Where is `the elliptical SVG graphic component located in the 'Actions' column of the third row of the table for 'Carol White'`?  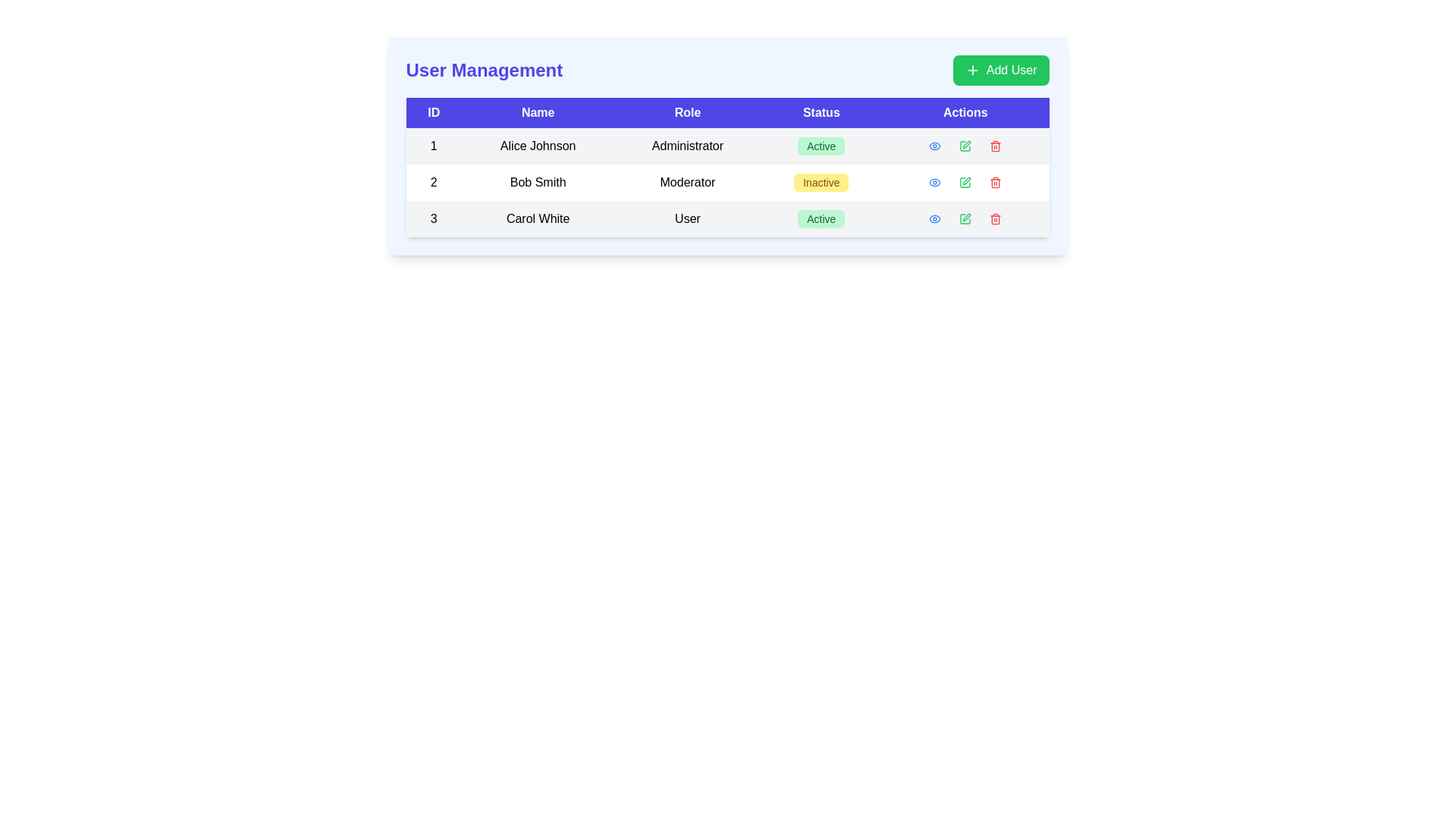
the elliptical SVG graphic component located in the 'Actions' column of the third row of the table for 'Carol White' is located at coordinates (934, 219).